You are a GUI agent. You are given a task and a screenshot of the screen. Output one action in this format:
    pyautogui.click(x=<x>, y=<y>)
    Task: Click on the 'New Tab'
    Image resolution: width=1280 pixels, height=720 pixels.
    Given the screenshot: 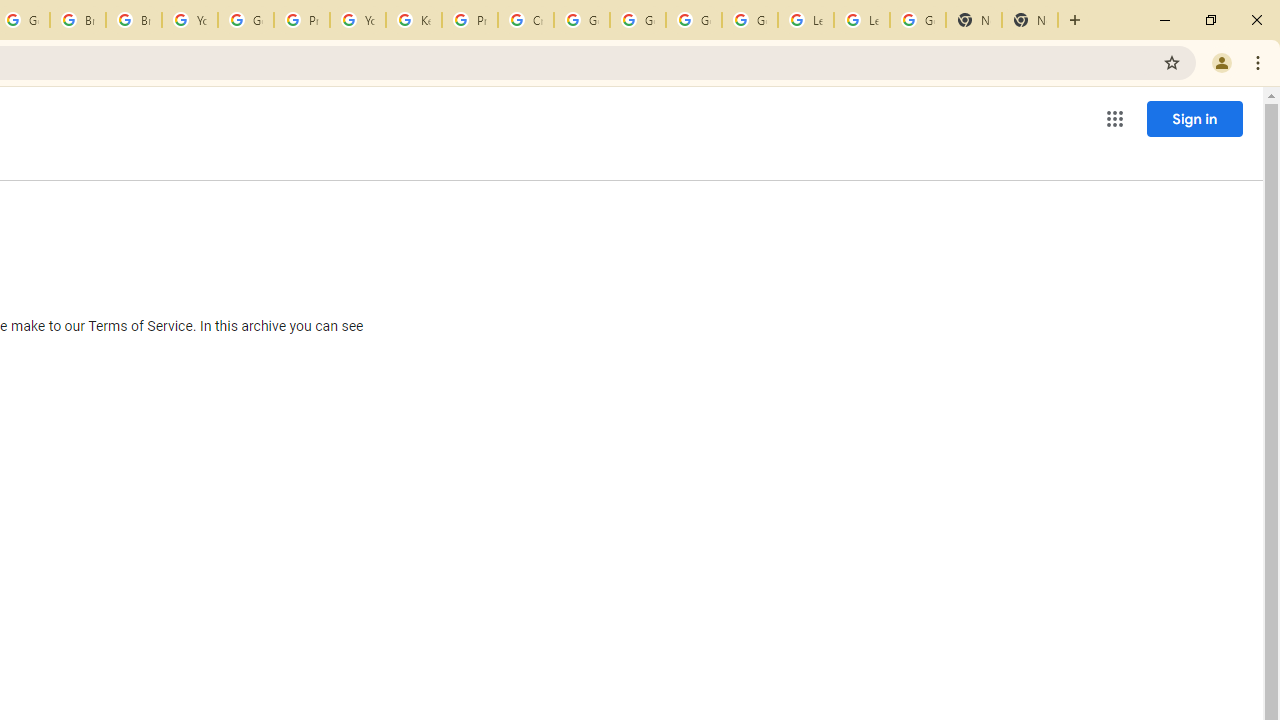 What is the action you would take?
    pyautogui.click(x=974, y=20)
    